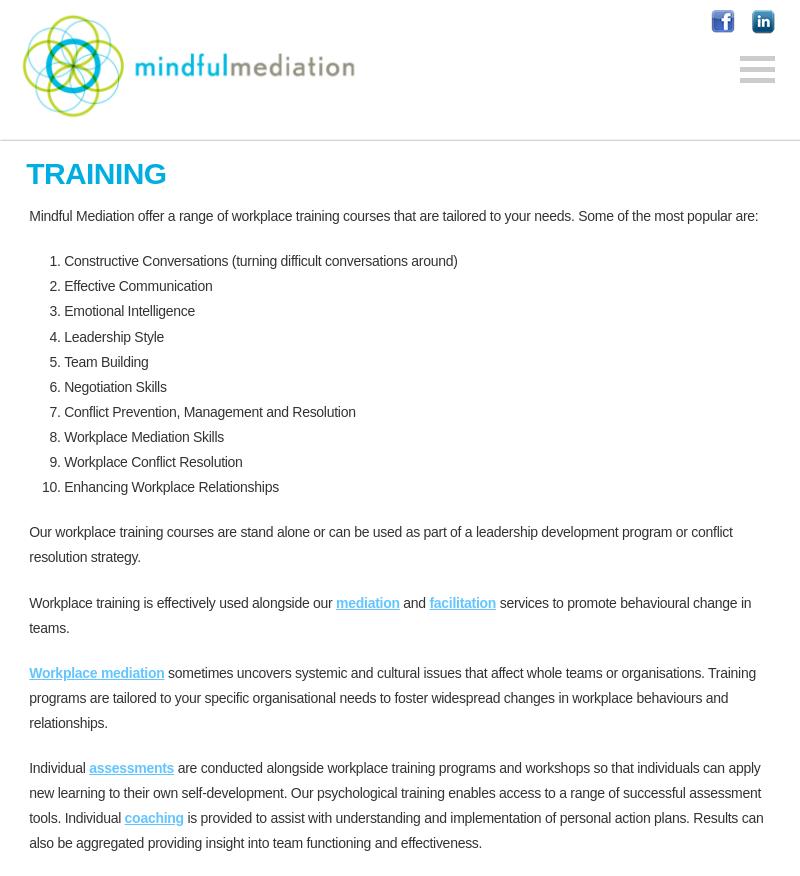 The height and width of the screenshot is (876, 800). I want to click on 'Mindful Mediation offer a range of workplace training courses that are tailored to your needs. Some of the most popular are:', so click(392, 216).